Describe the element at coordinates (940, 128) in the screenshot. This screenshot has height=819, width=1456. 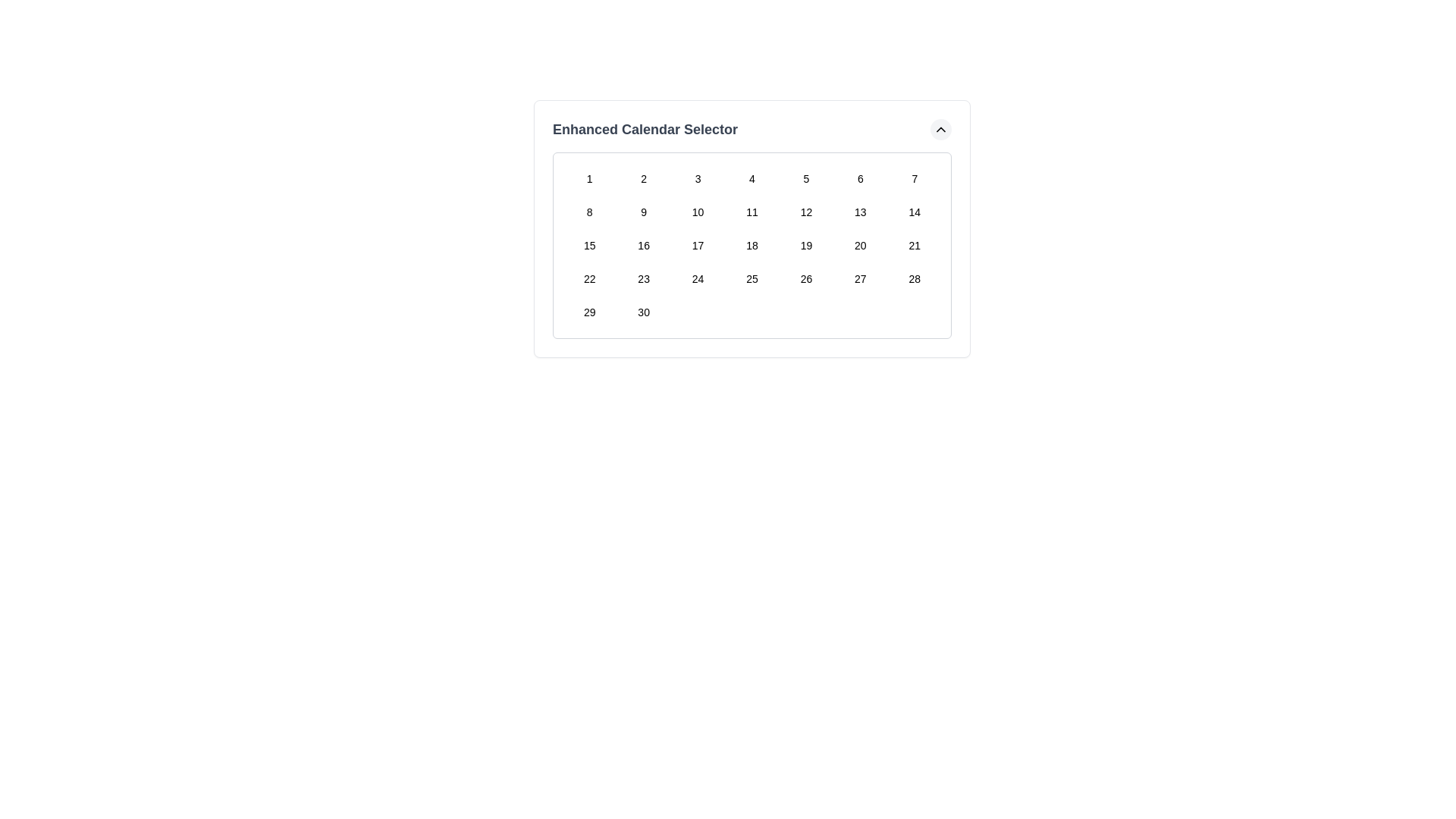
I see `the button located at the top-right corner of the 'Enhanced Calendar Selector'` at that location.